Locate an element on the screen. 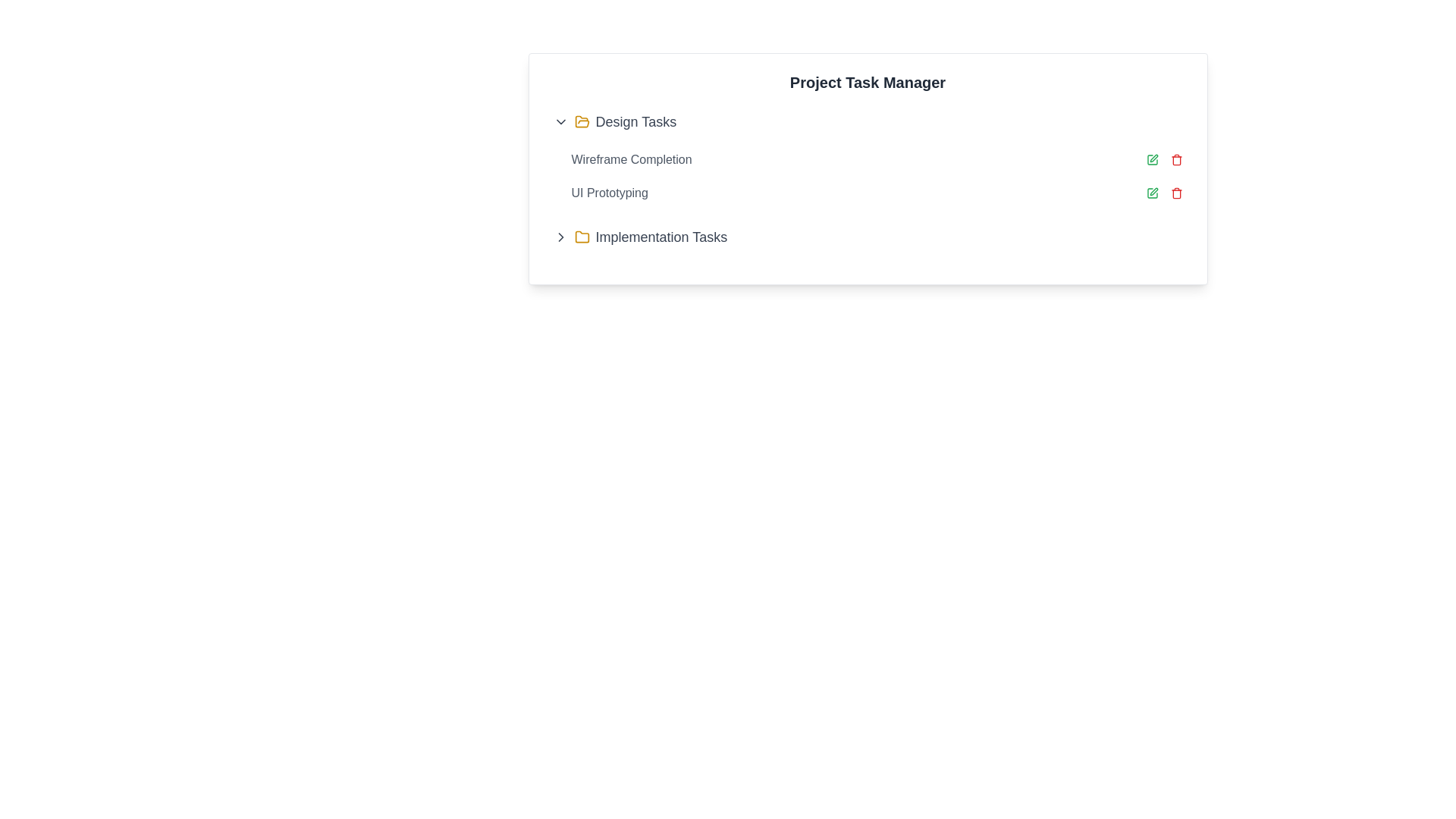 This screenshot has width=1456, height=819. the delete button located to the far right of the 'Wireframe Completion' text row, after the green edit icon is located at coordinates (1175, 160).